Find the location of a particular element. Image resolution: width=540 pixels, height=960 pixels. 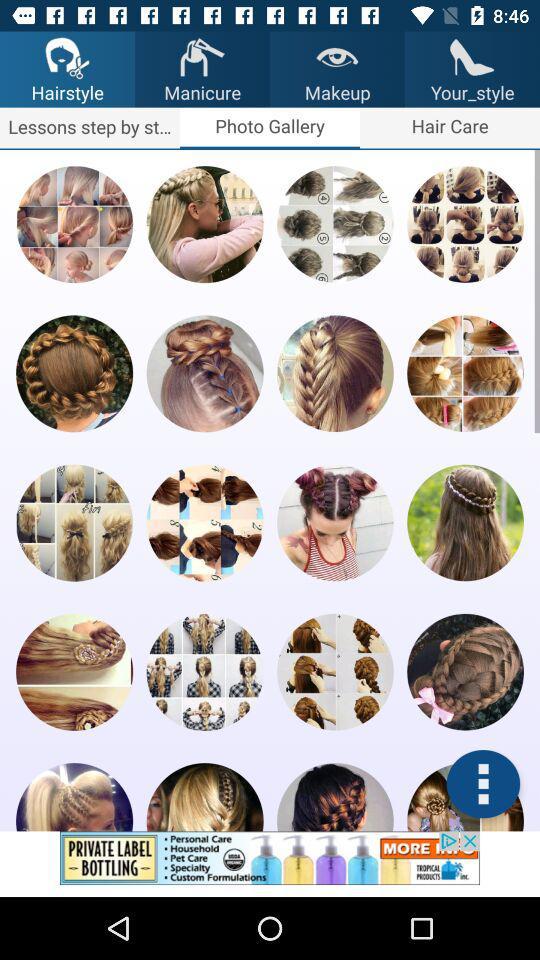

this picture is located at coordinates (465, 672).